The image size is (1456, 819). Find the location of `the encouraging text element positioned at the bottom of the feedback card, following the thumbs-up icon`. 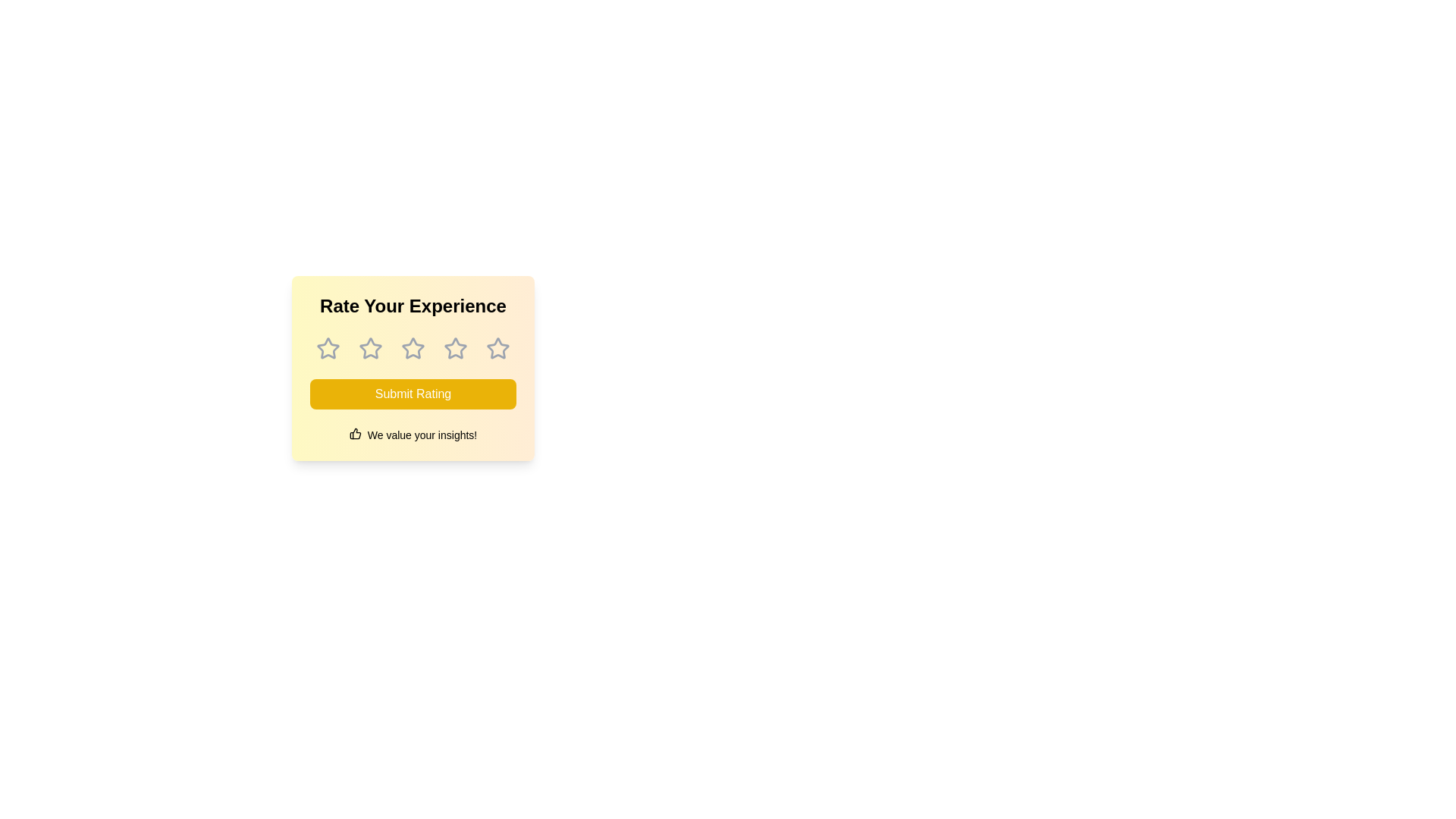

the encouraging text element positioned at the bottom of the feedback card, following the thumbs-up icon is located at coordinates (422, 435).